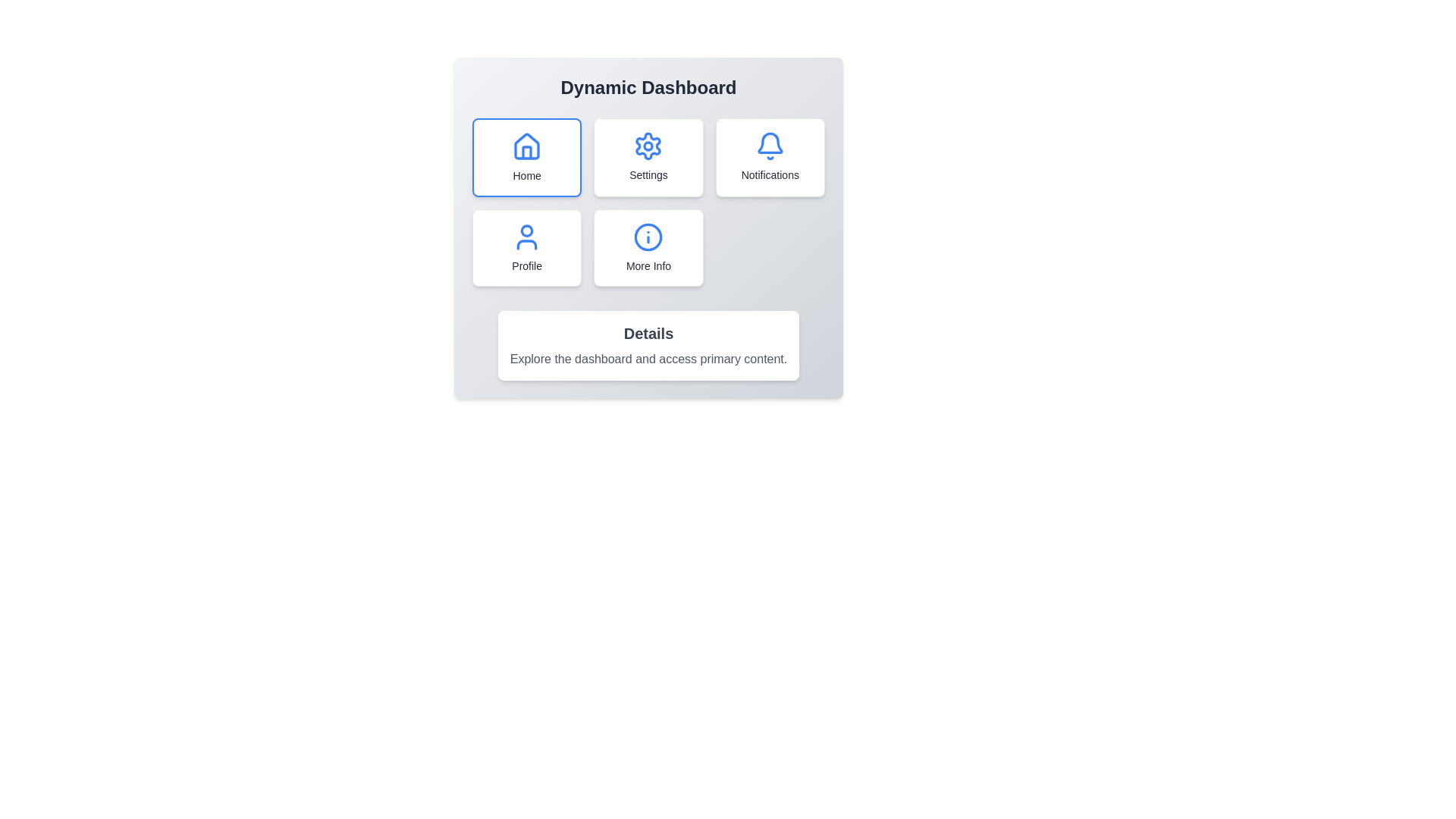 Image resolution: width=1456 pixels, height=819 pixels. Describe the element at coordinates (648, 146) in the screenshot. I see `the 'Settings' button icon located in the second button of the top row of the navigation grid on the main dashboard interface` at that location.